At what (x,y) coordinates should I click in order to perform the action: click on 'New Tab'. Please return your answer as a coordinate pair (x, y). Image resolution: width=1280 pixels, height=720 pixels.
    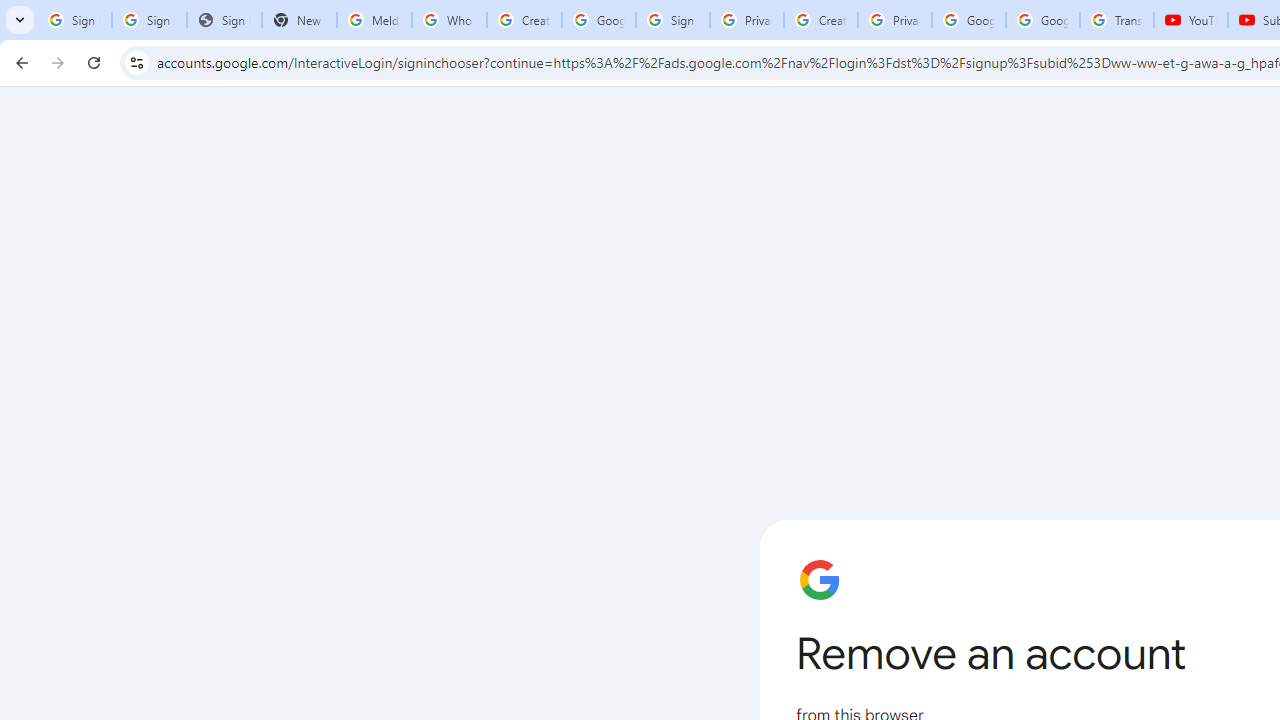
    Looking at the image, I should click on (298, 20).